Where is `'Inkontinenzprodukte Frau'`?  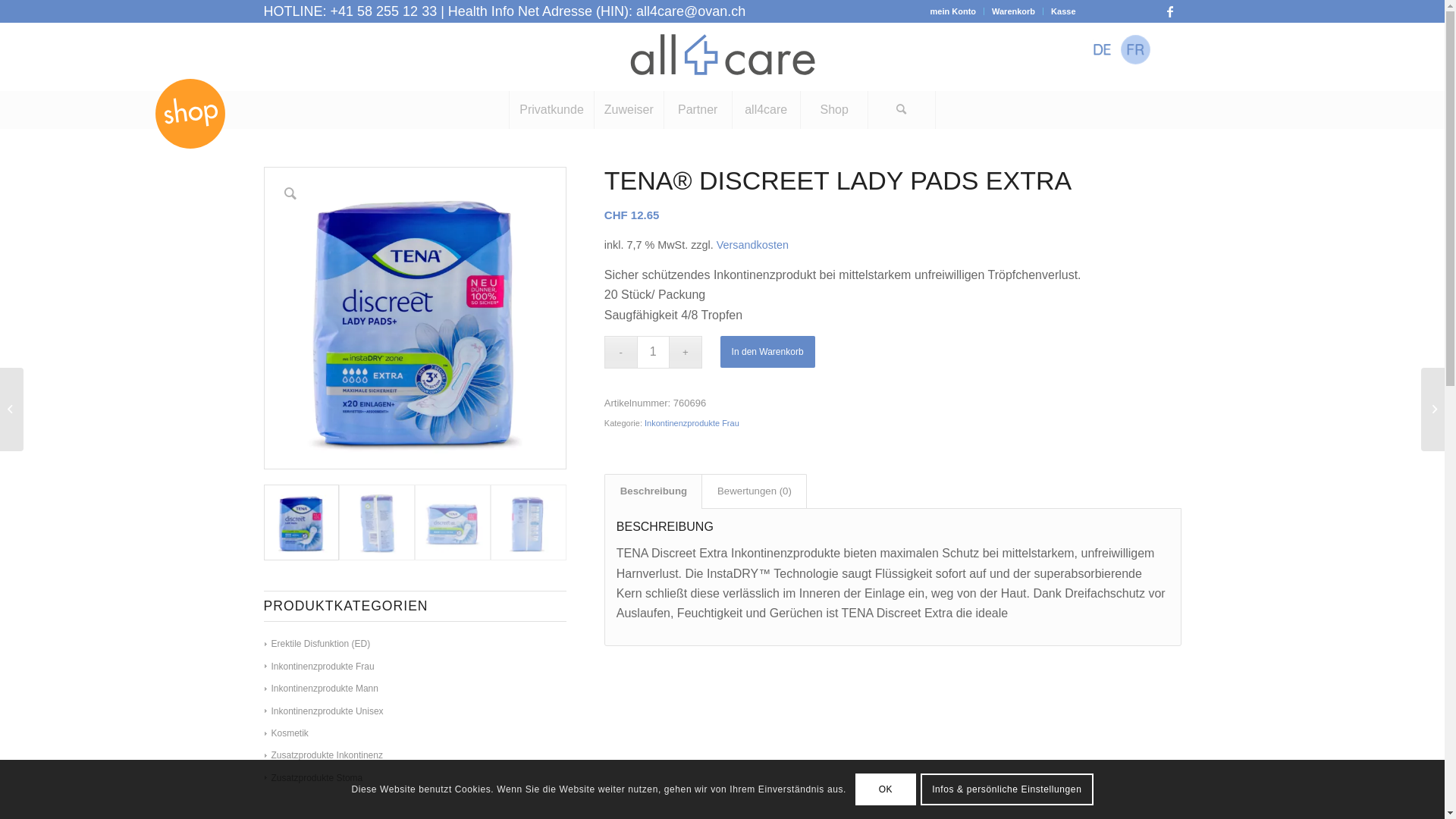
'Inkontinenzprodukte Frau' is located at coordinates (318, 666).